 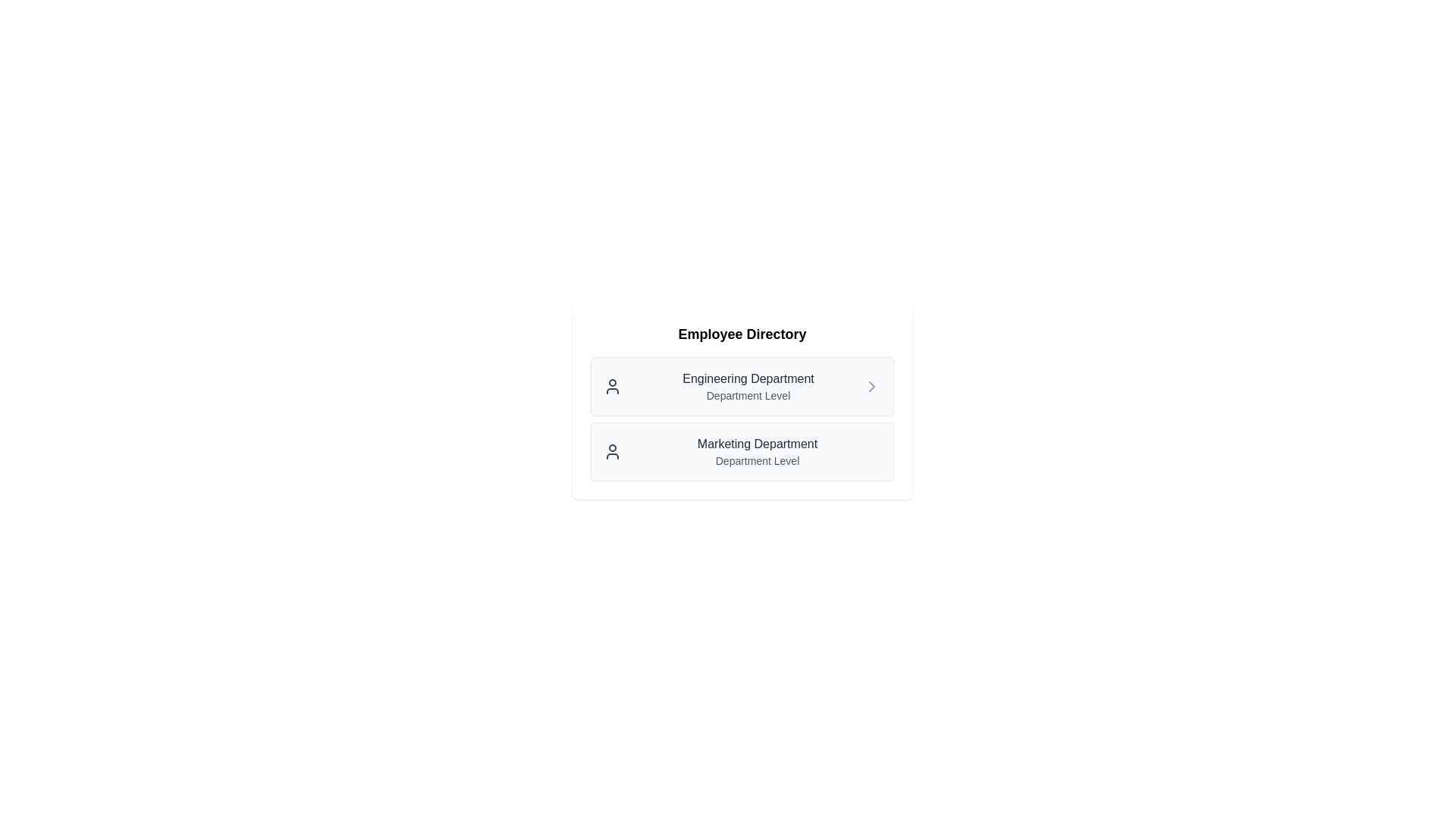 I want to click on the static text display that identifies the Marketing Department and indicates its associated level, located below the Engineering Department card in the list-style layout, so click(x=757, y=451).